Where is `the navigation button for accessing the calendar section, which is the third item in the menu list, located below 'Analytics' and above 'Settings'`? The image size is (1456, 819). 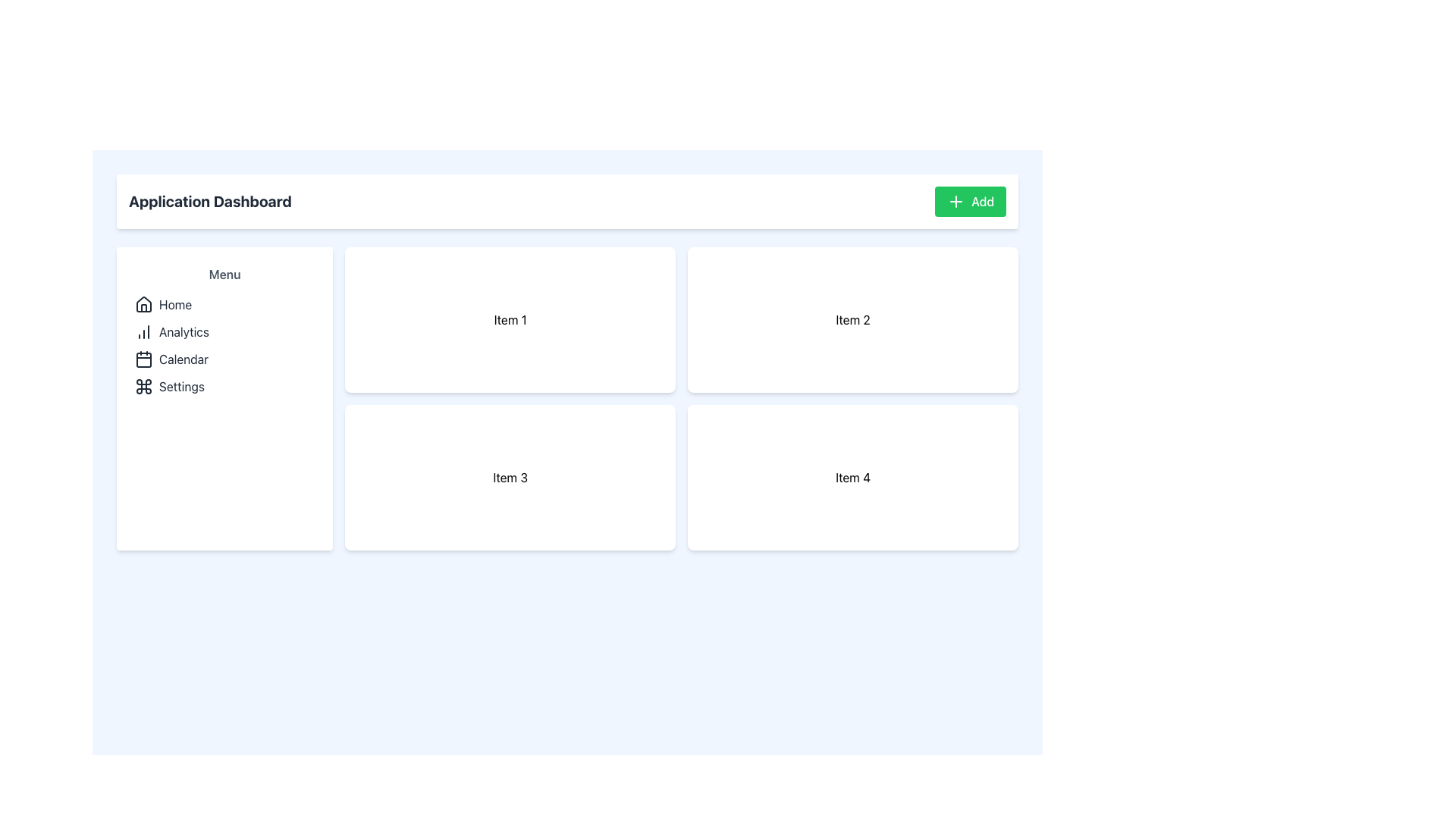 the navigation button for accessing the calendar section, which is the third item in the menu list, located below 'Analytics' and above 'Settings' is located at coordinates (224, 359).